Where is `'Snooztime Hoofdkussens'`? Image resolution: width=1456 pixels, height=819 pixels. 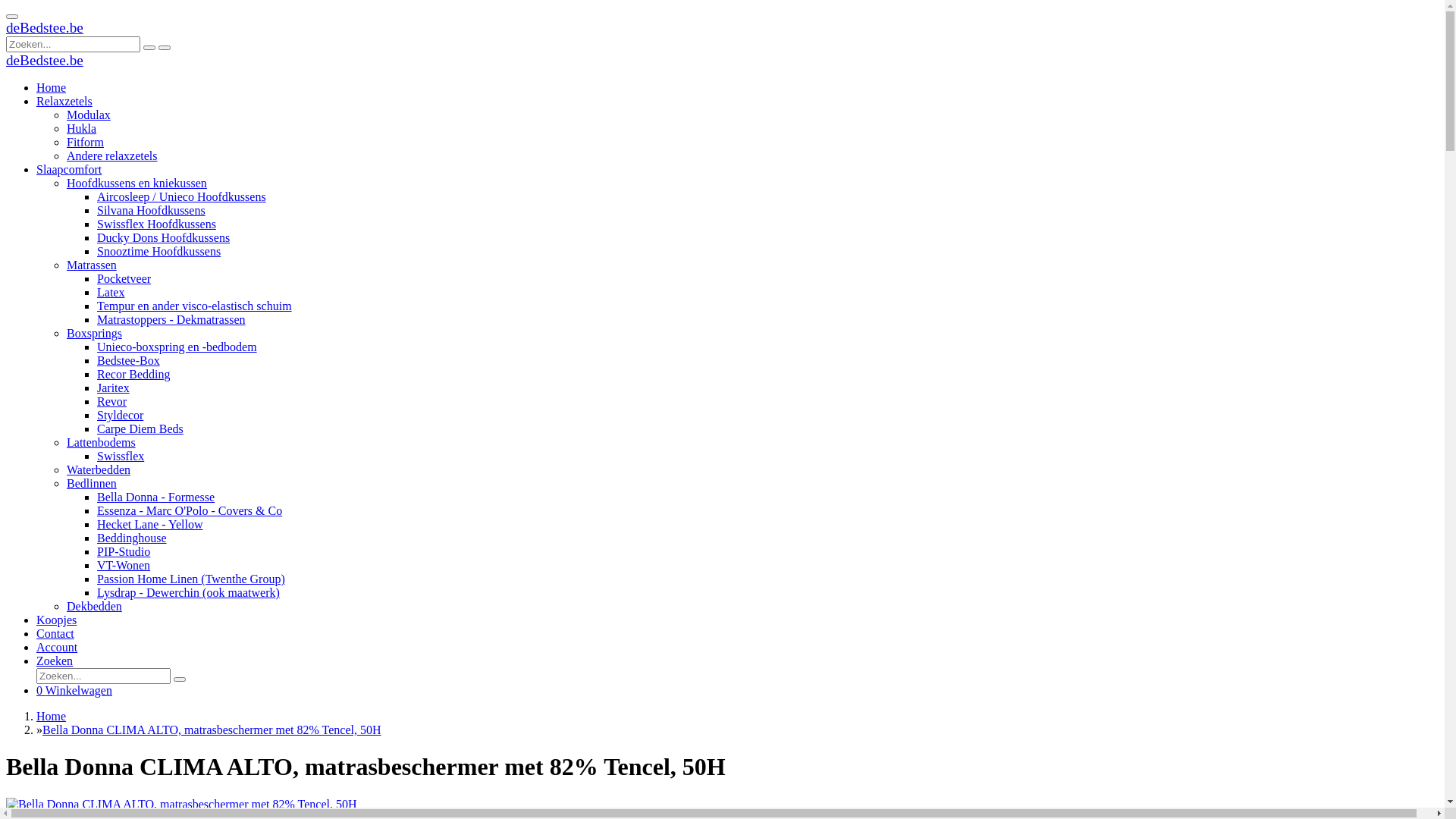
'Snooztime Hoofdkussens' is located at coordinates (158, 250).